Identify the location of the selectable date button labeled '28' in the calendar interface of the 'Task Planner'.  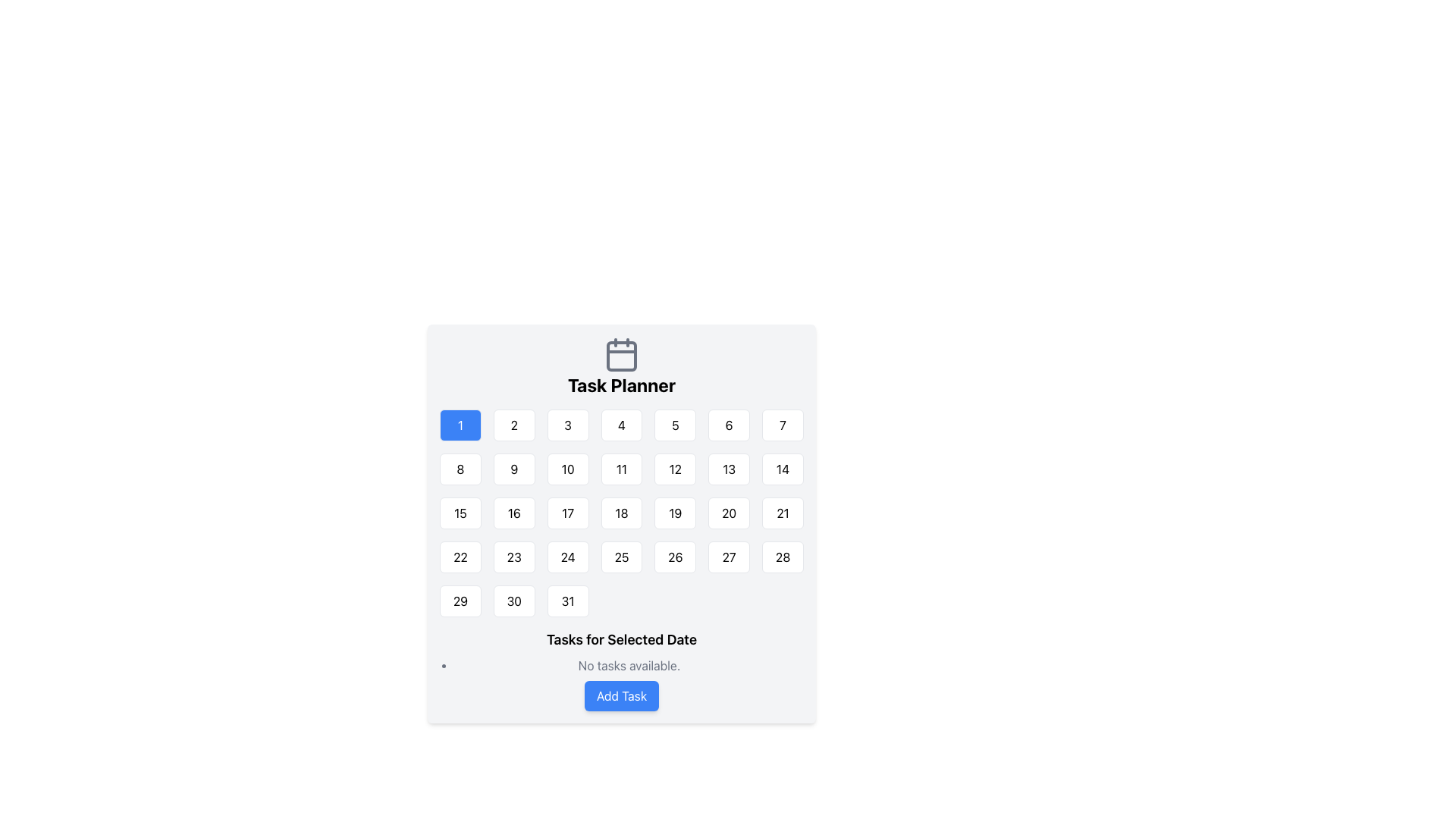
(783, 557).